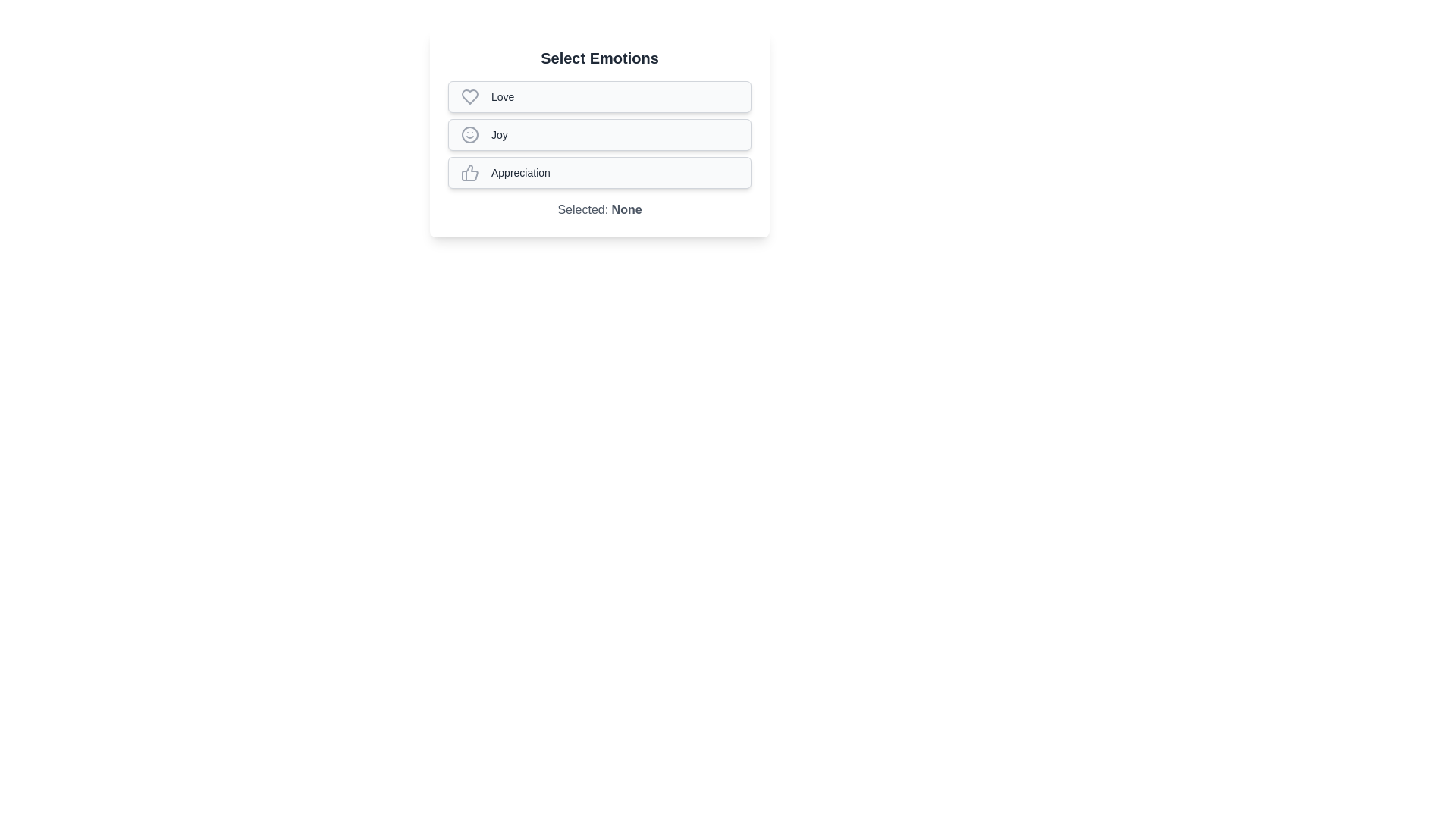 The height and width of the screenshot is (819, 1456). I want to click on the Joy chip, so click(599, 133).